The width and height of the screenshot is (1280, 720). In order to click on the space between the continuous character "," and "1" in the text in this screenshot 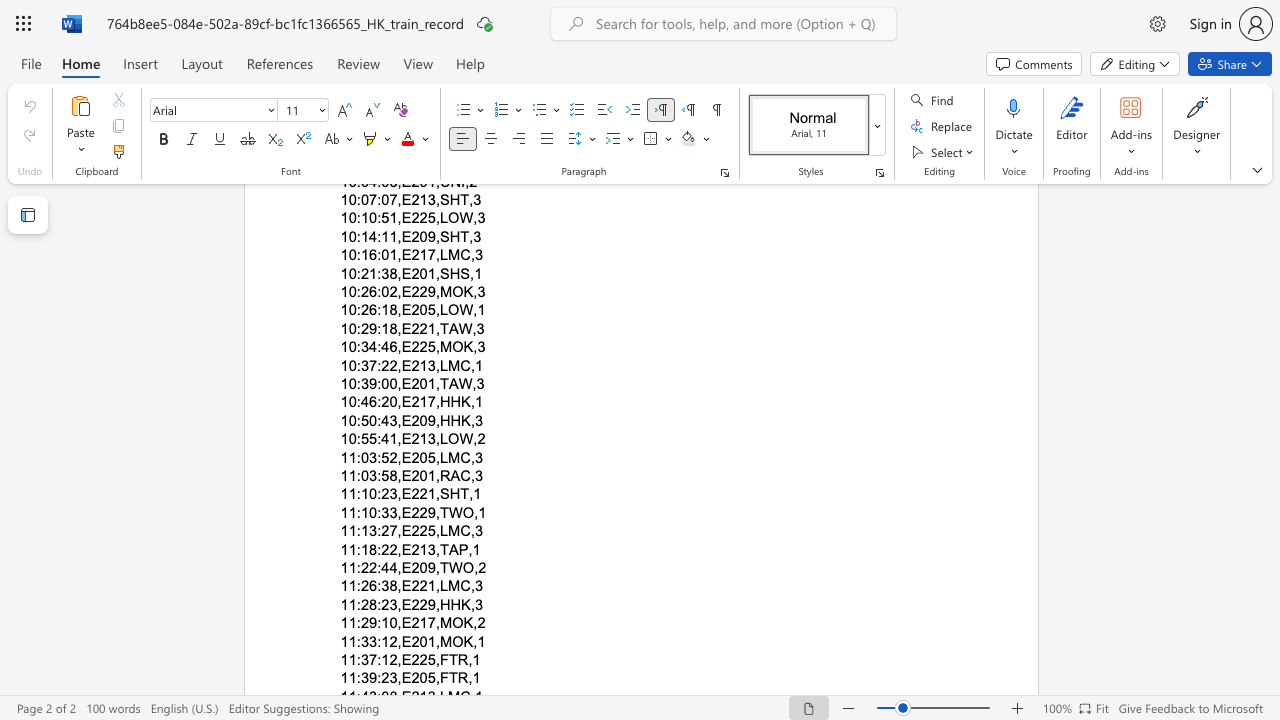, I will do `click(472, 660)`.